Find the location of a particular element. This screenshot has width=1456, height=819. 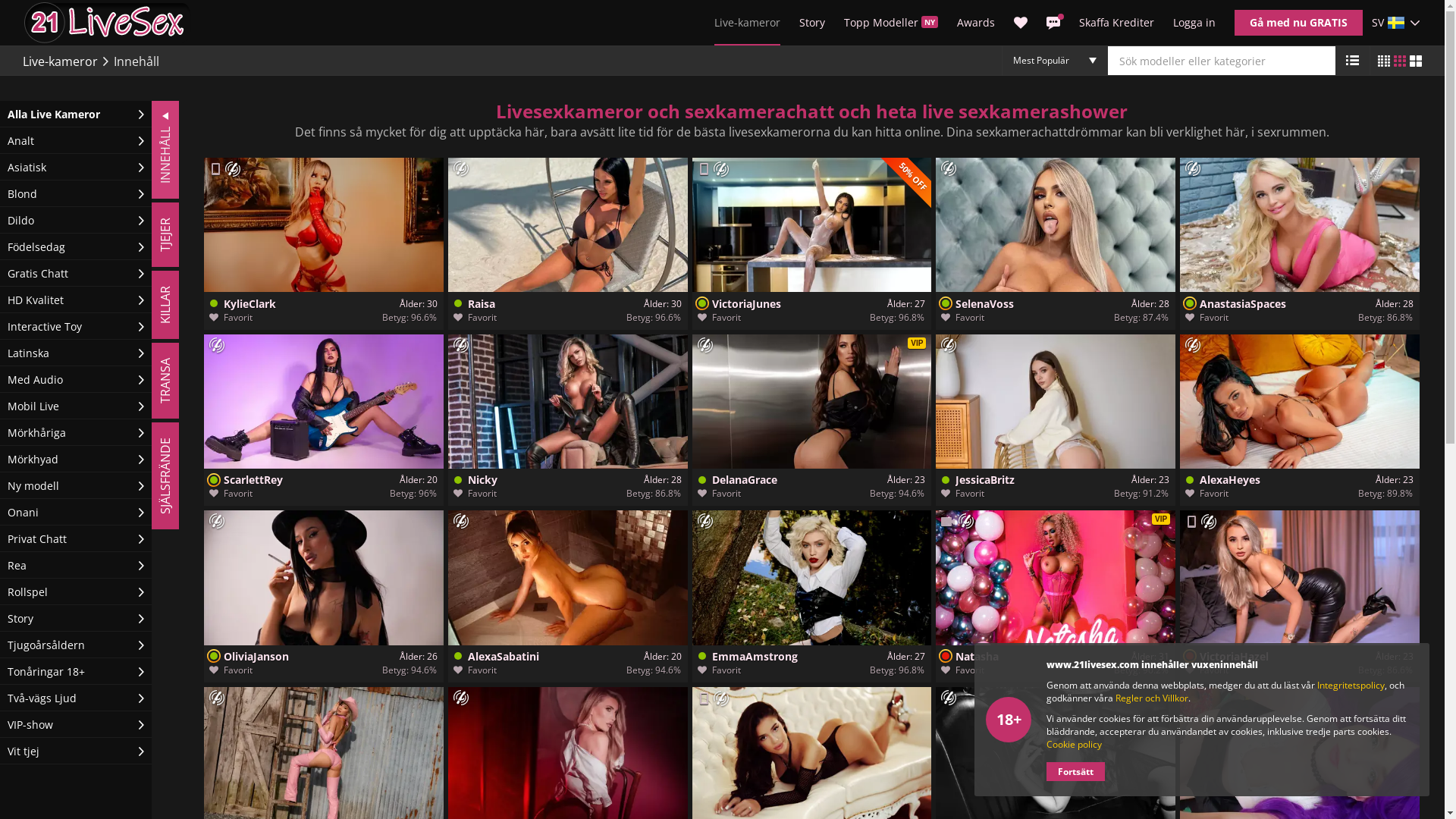

'Vit tjej' is located at coordinates (75, 751).